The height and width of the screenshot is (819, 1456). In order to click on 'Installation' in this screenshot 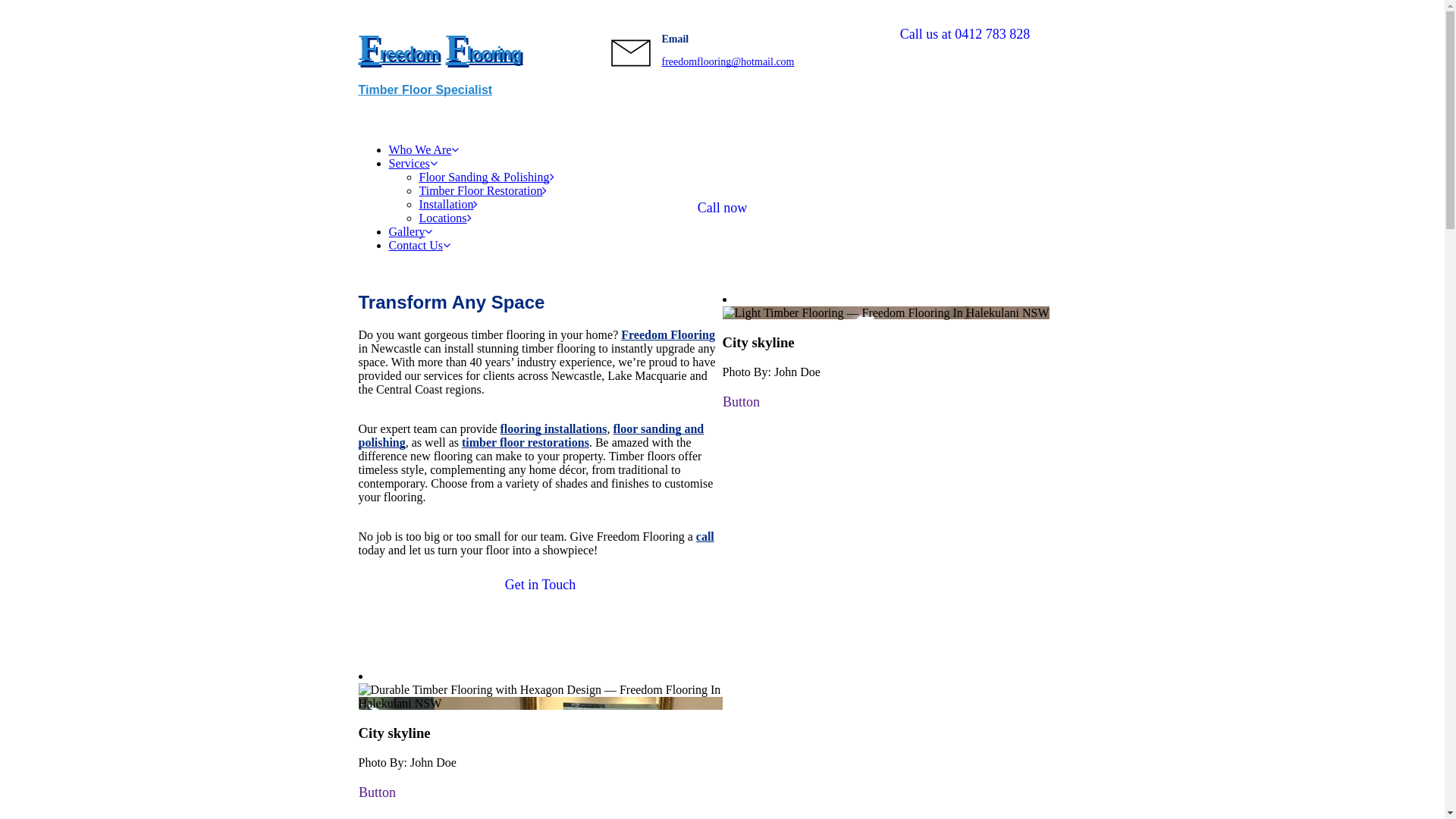, I will do `click(447, 203)`.